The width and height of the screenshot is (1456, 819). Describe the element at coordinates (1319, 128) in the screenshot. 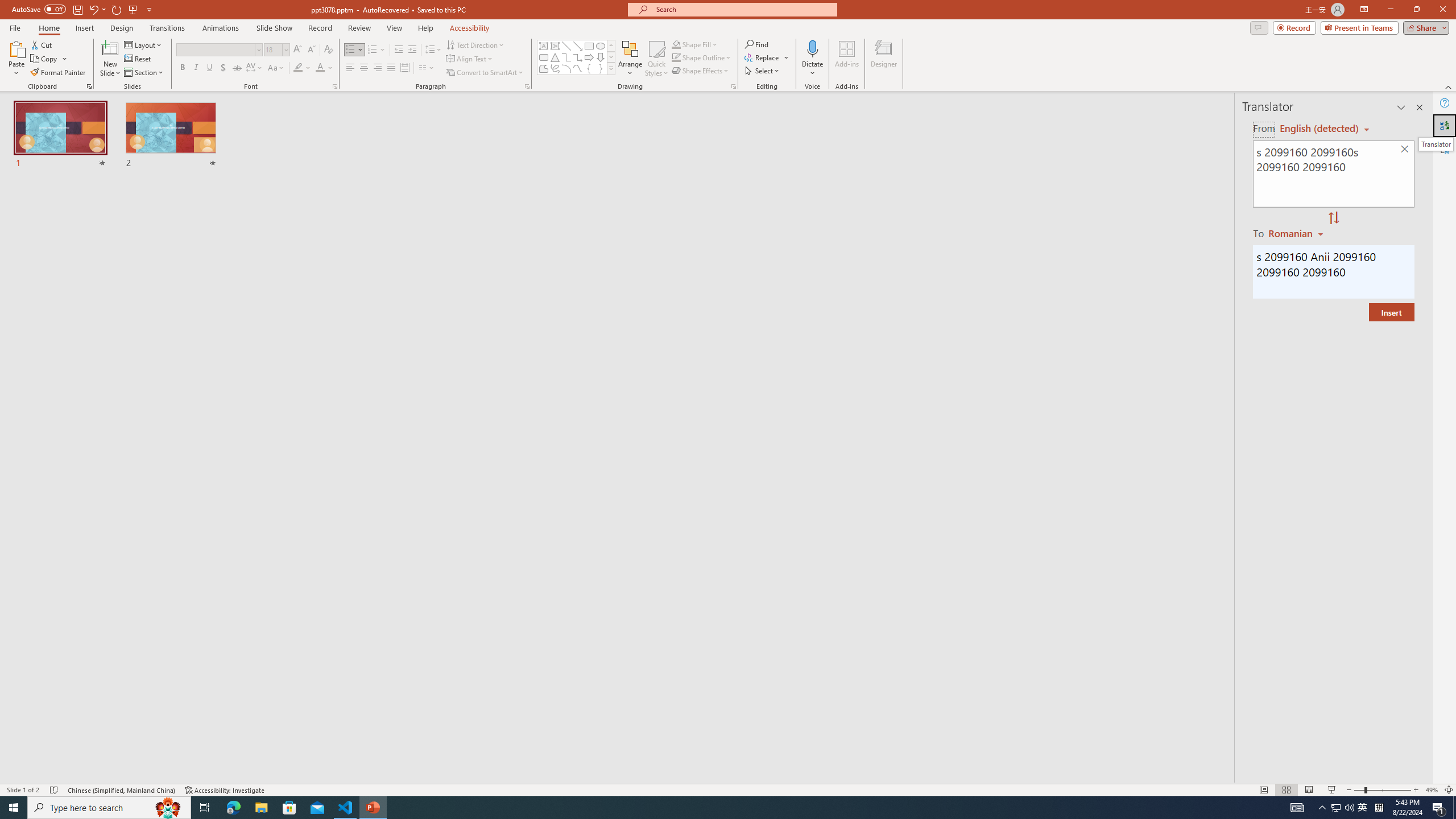

I see `'Czech (detected)'` at that location.